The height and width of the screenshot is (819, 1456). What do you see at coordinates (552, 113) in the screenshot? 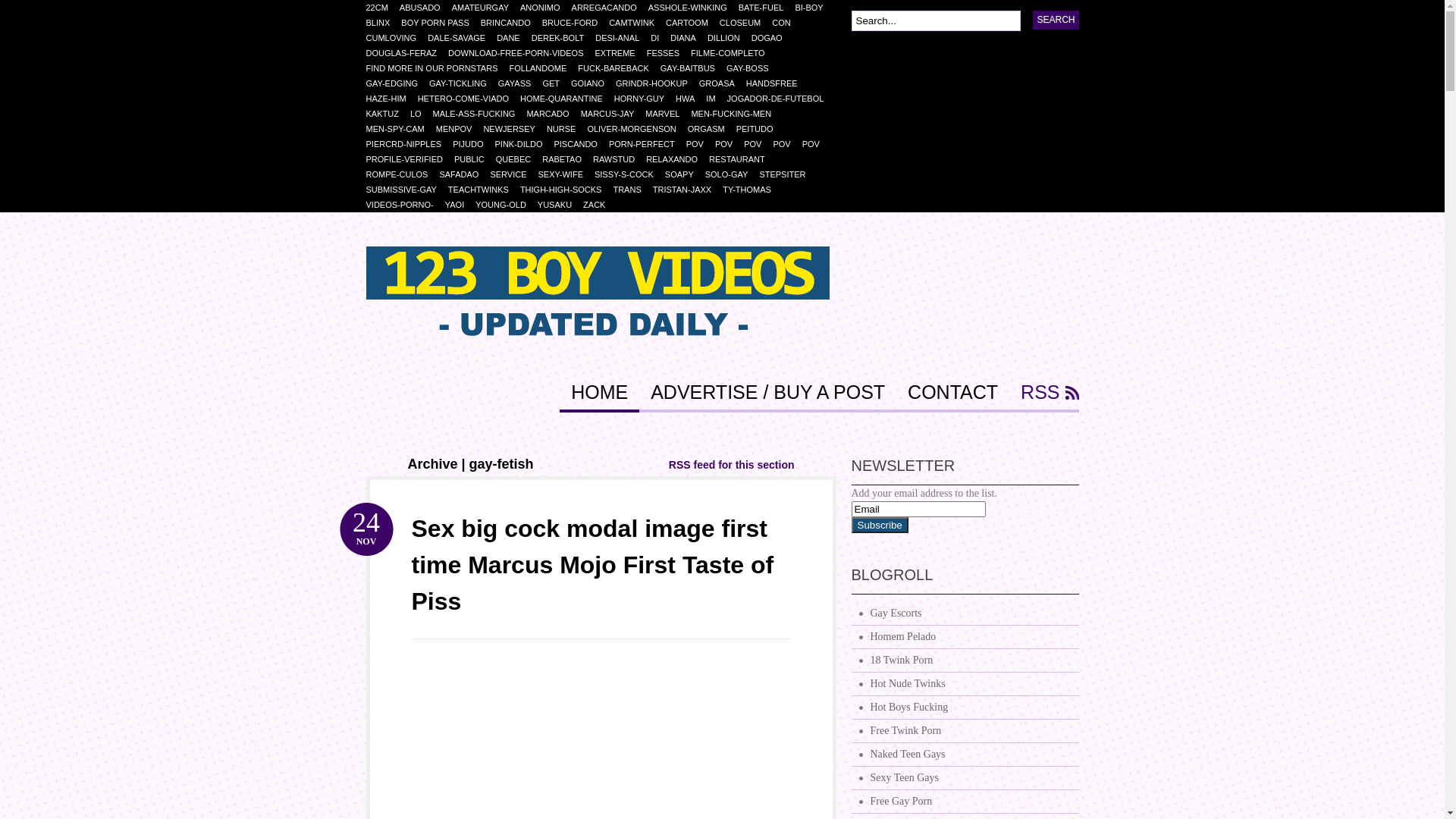
I see `'MARCADO'` at bounding box center [552, 113].